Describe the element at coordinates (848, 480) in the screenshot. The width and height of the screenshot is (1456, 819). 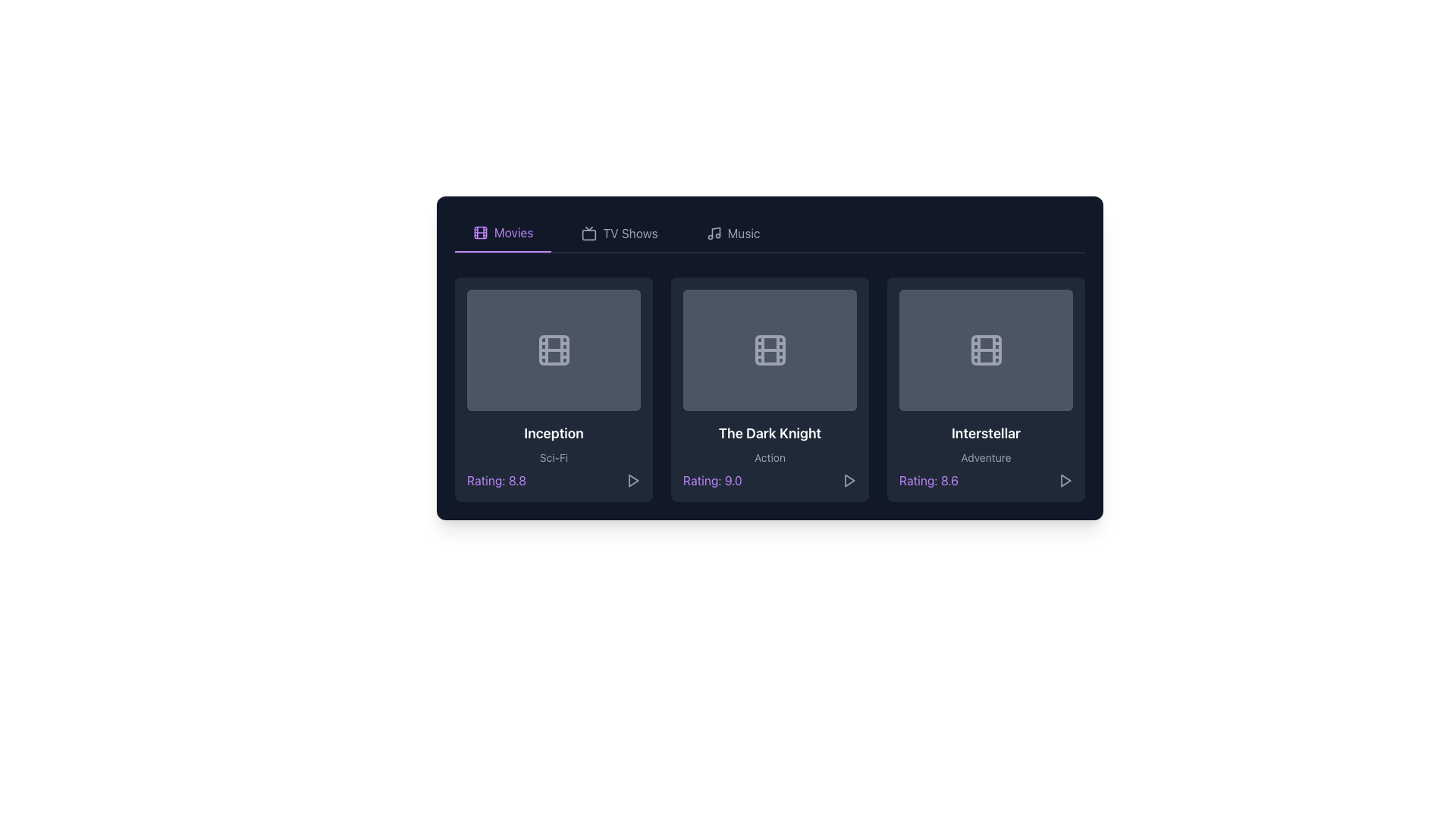
I see `the play button located in the lower-right corner of the card for 'The Dark Knight'` at that location.